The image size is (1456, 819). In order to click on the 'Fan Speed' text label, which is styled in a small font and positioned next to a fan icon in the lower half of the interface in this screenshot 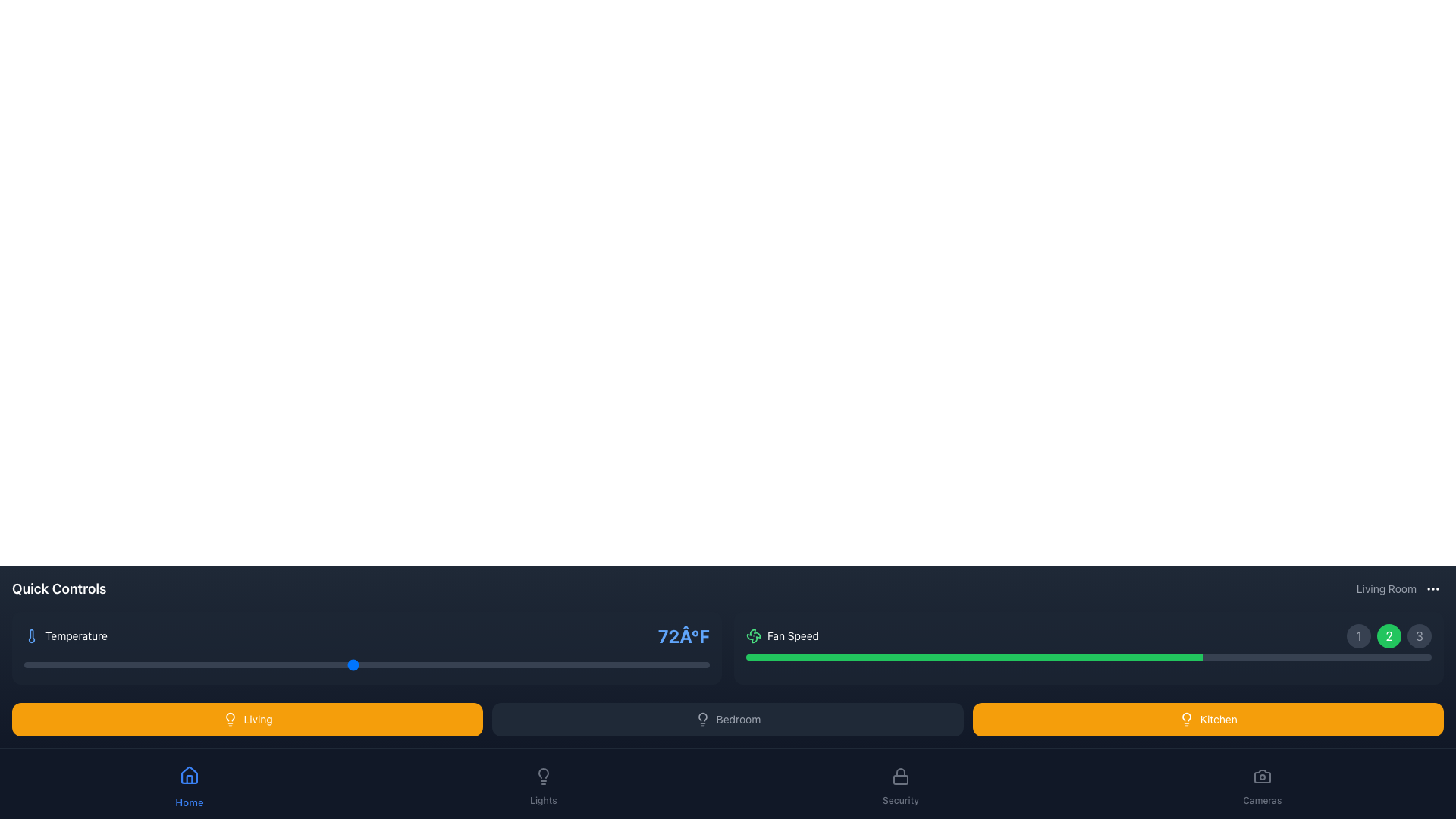, I will do `click(792, 636)`.